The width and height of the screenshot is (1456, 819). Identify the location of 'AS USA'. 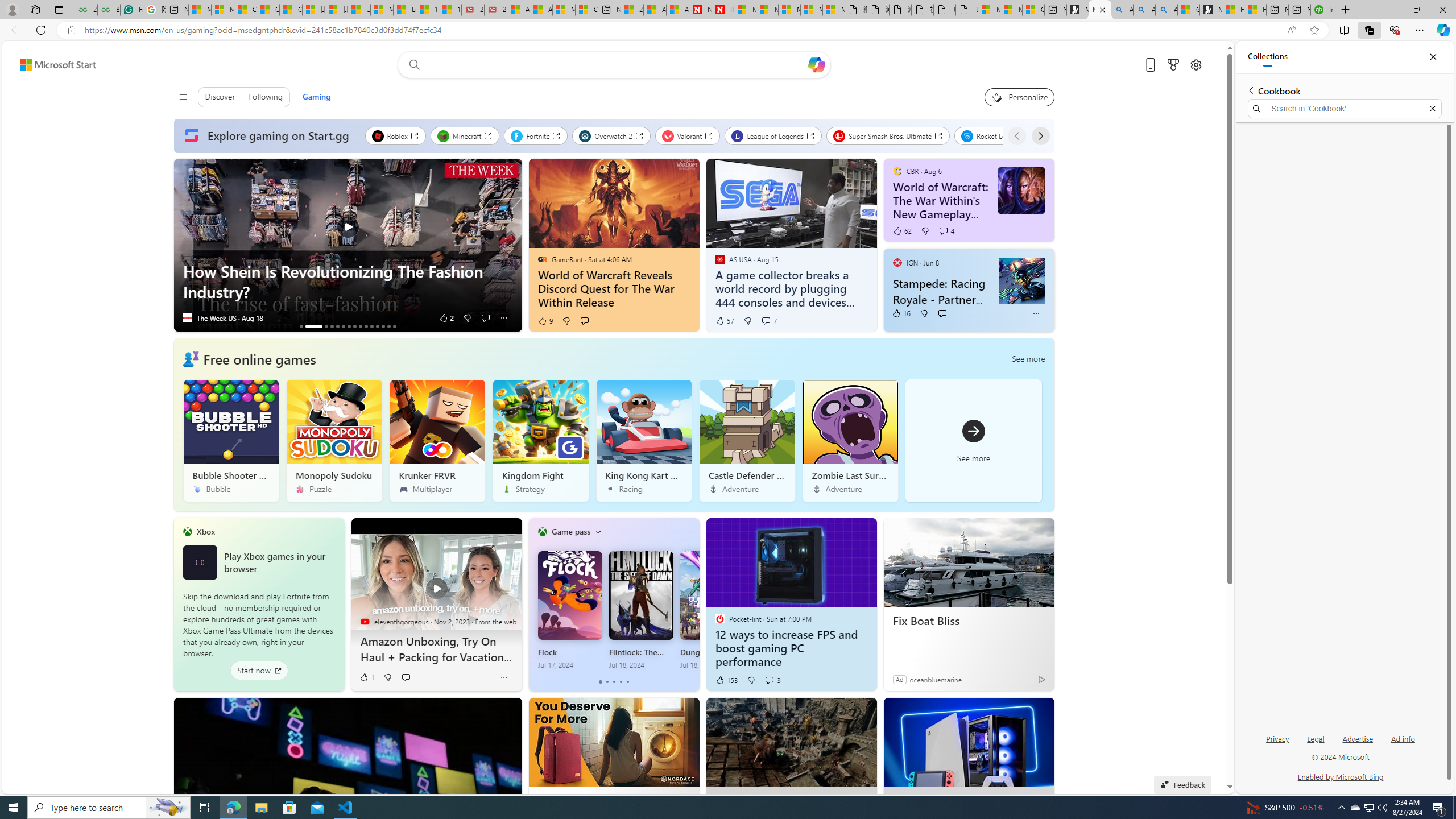
(719, 259).